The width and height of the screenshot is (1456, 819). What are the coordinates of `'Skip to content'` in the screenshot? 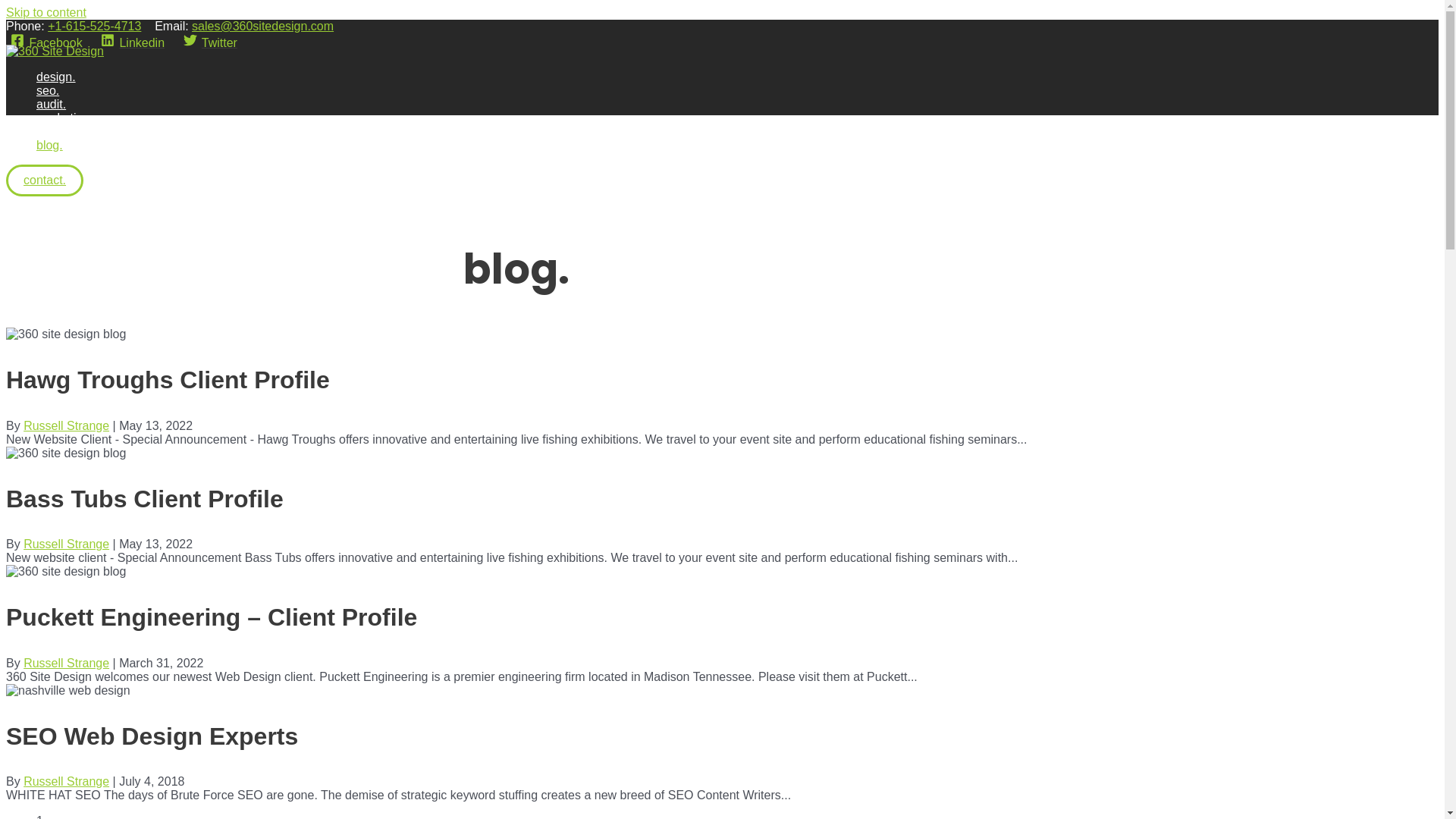 It's located at (6, 12).